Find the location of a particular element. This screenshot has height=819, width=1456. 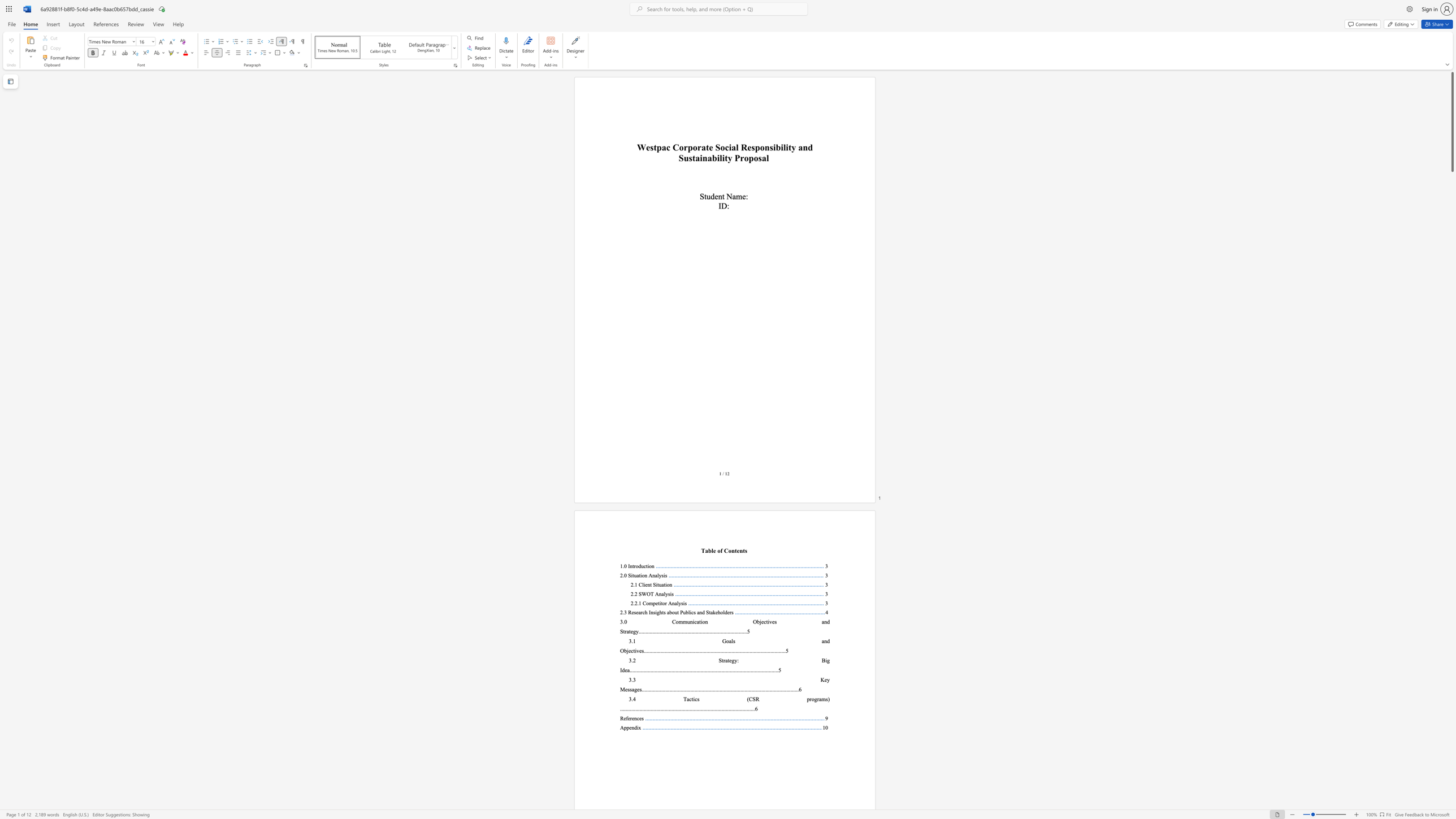

the 1th character "e" in the text is located at coordinates (714, 551).